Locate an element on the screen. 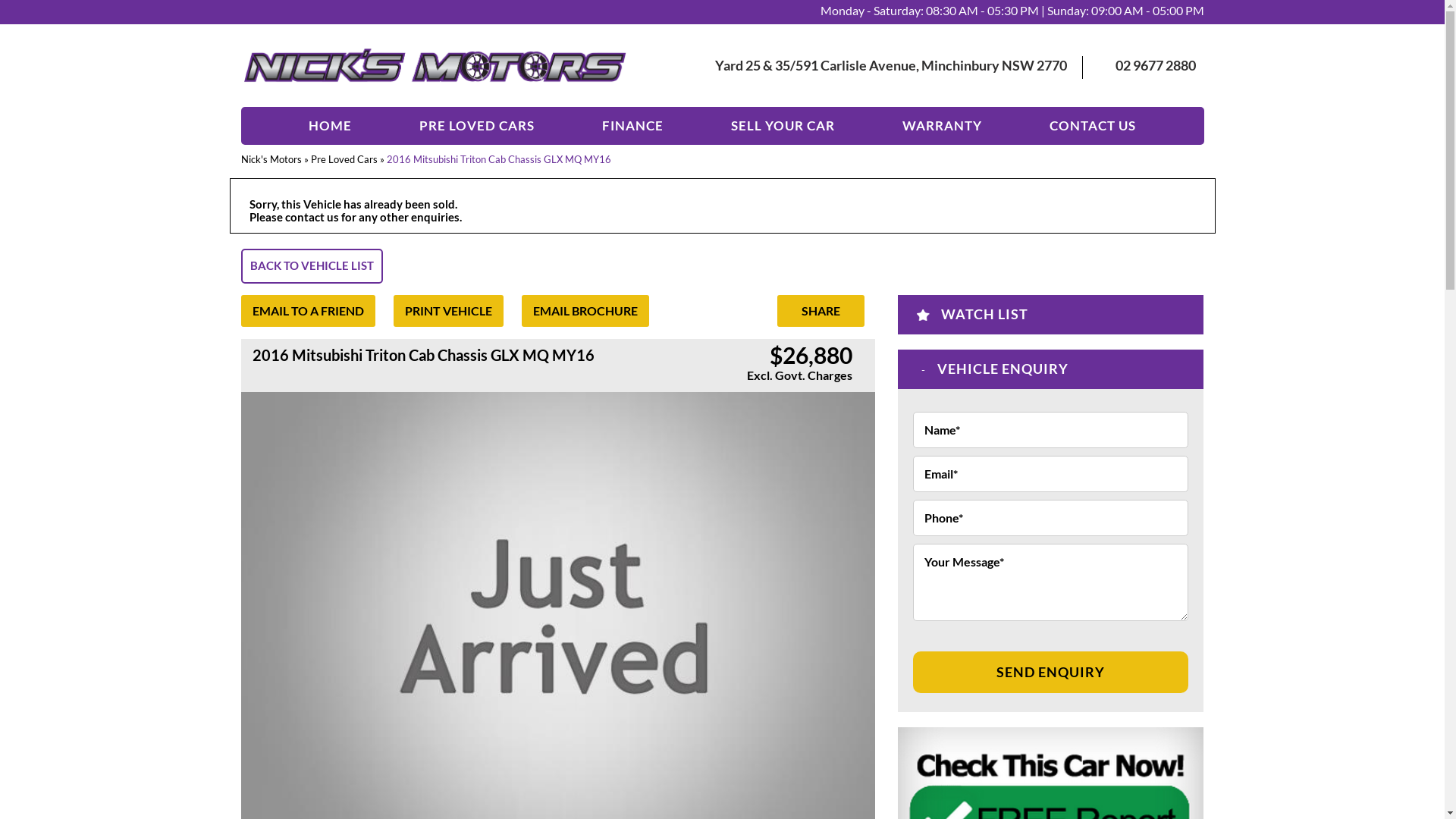 This screenshot has width=1456, height=819. 'EMAIL TO A FRIEND' is located at coordinates (307, 310).